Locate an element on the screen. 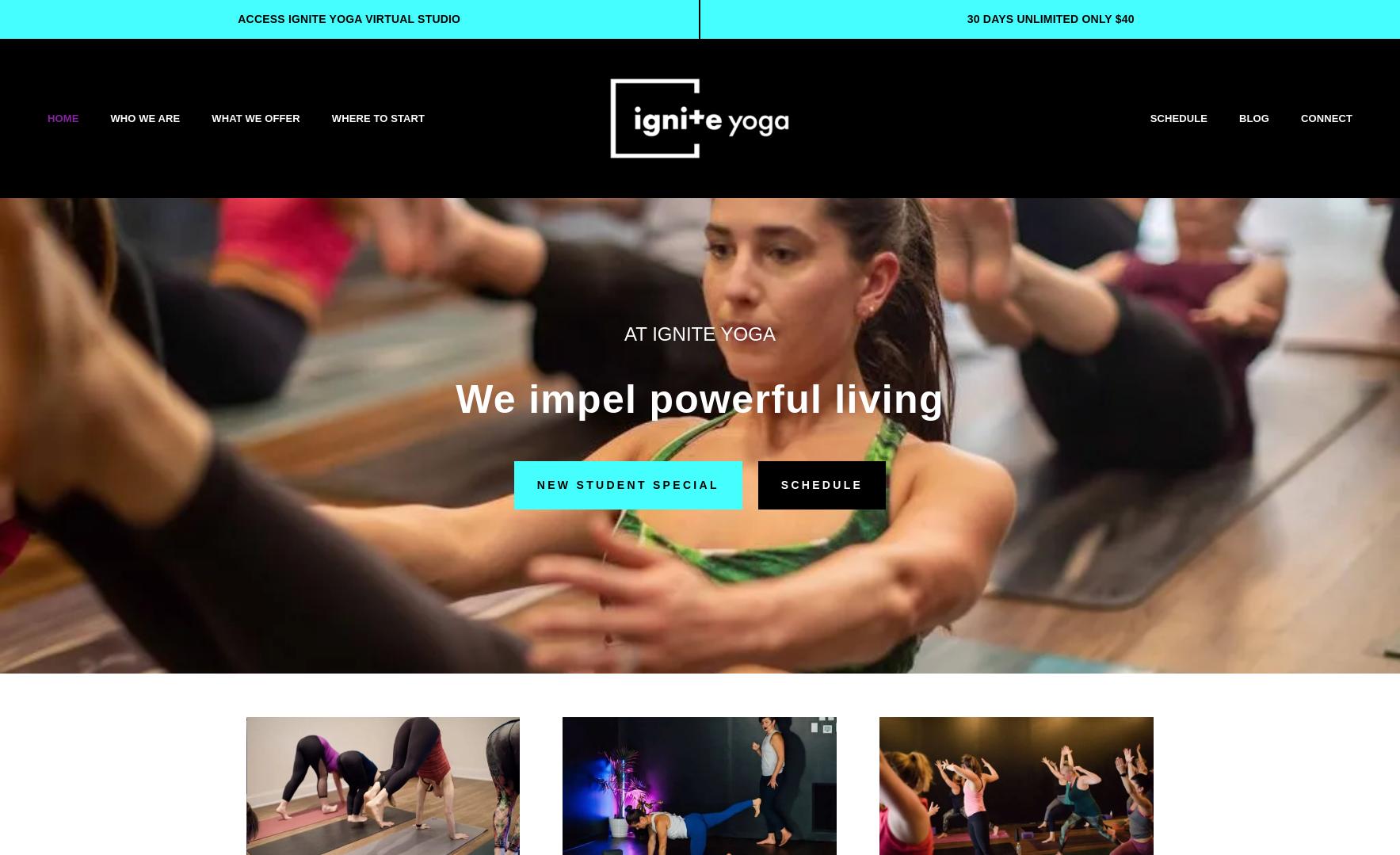 This screenshot has width=1400, height=855. 'What We Offer' is located at coordinates (210, 116).